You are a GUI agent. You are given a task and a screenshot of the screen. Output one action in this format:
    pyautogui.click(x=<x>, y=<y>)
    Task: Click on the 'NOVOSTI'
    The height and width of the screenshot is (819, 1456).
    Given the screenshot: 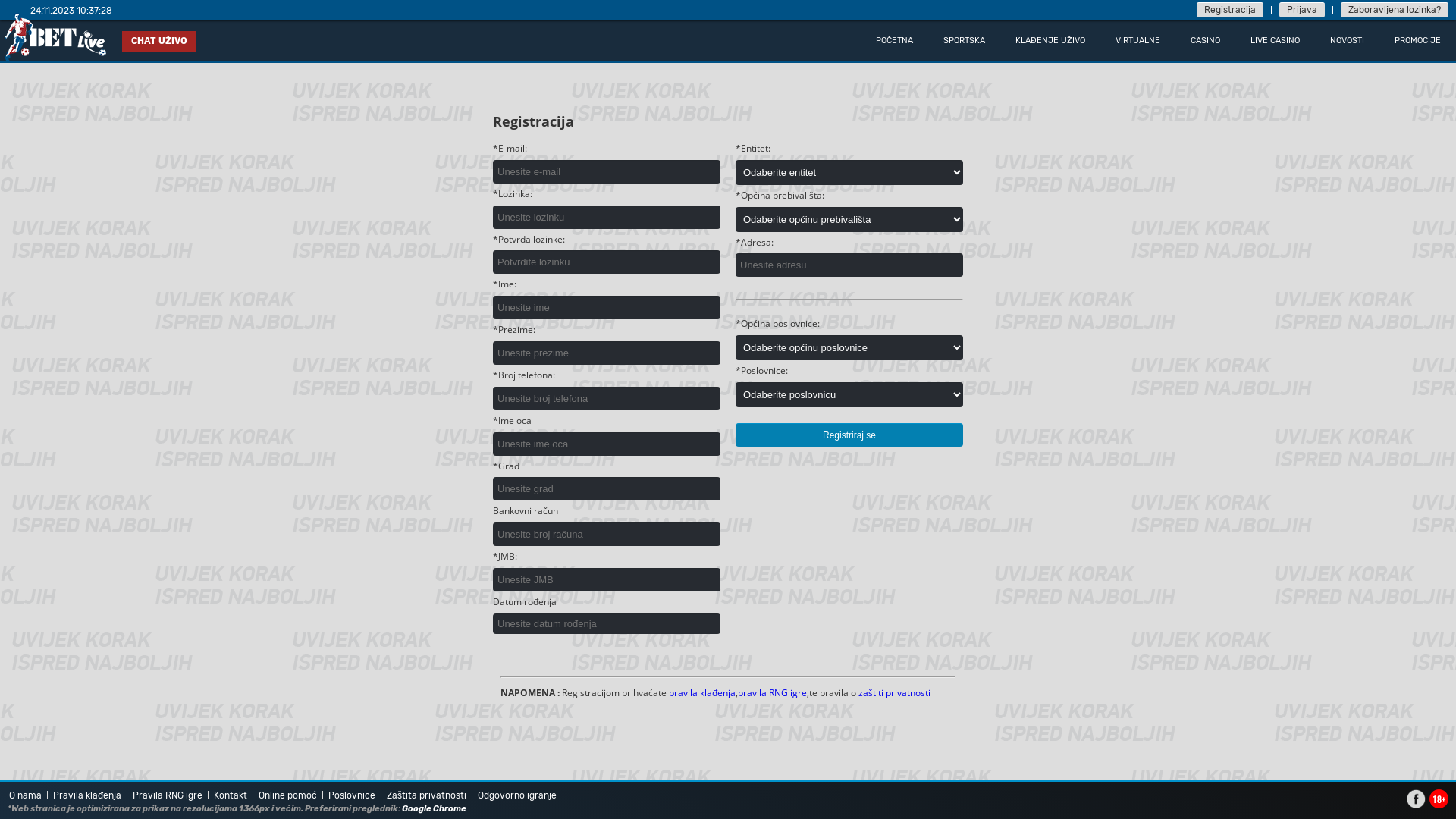 What is the action you would take?
    pyautogui.click(x=1313, y=39)
    